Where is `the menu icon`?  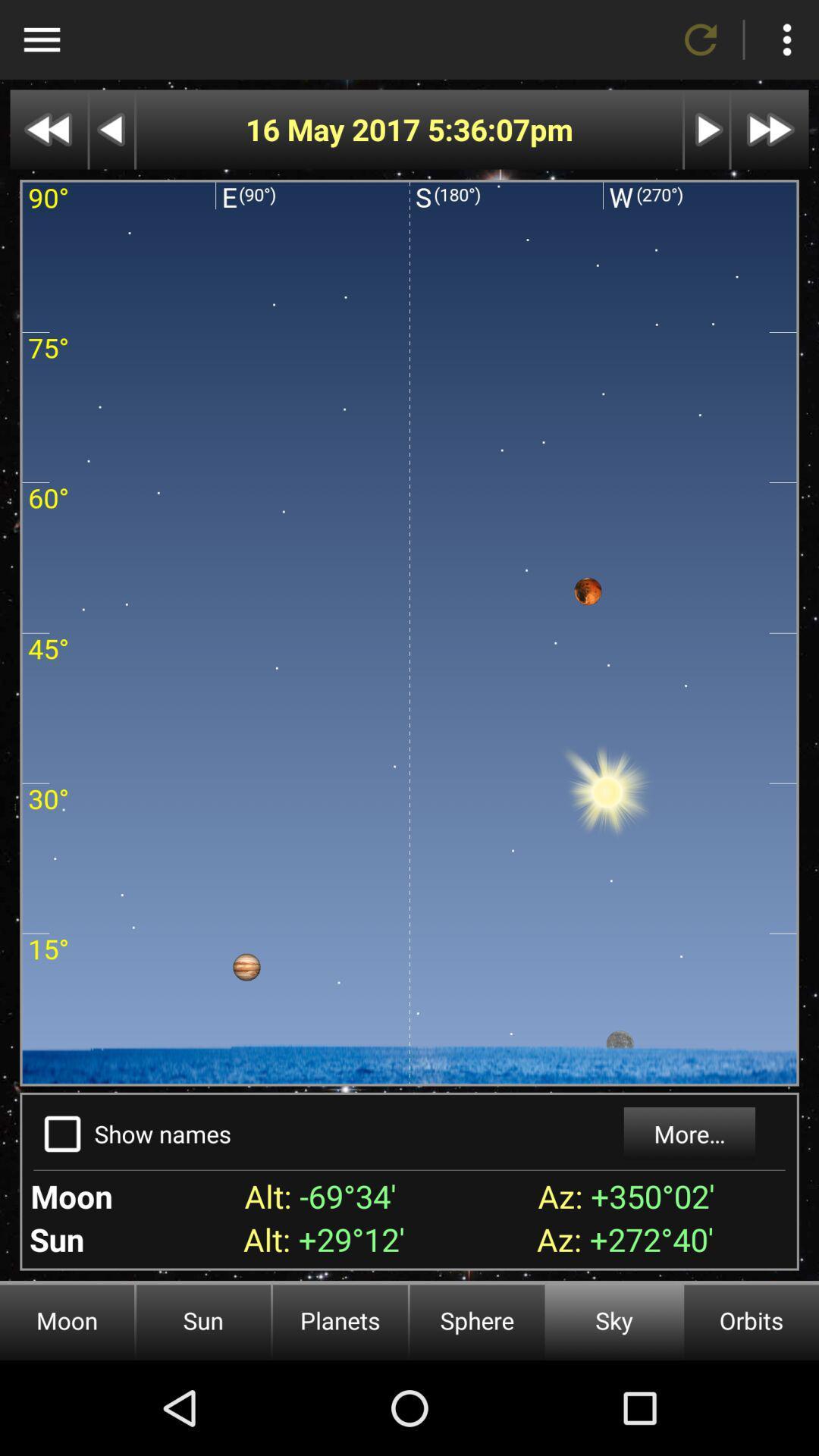
the menu icon is located at coordinates (41, 39).